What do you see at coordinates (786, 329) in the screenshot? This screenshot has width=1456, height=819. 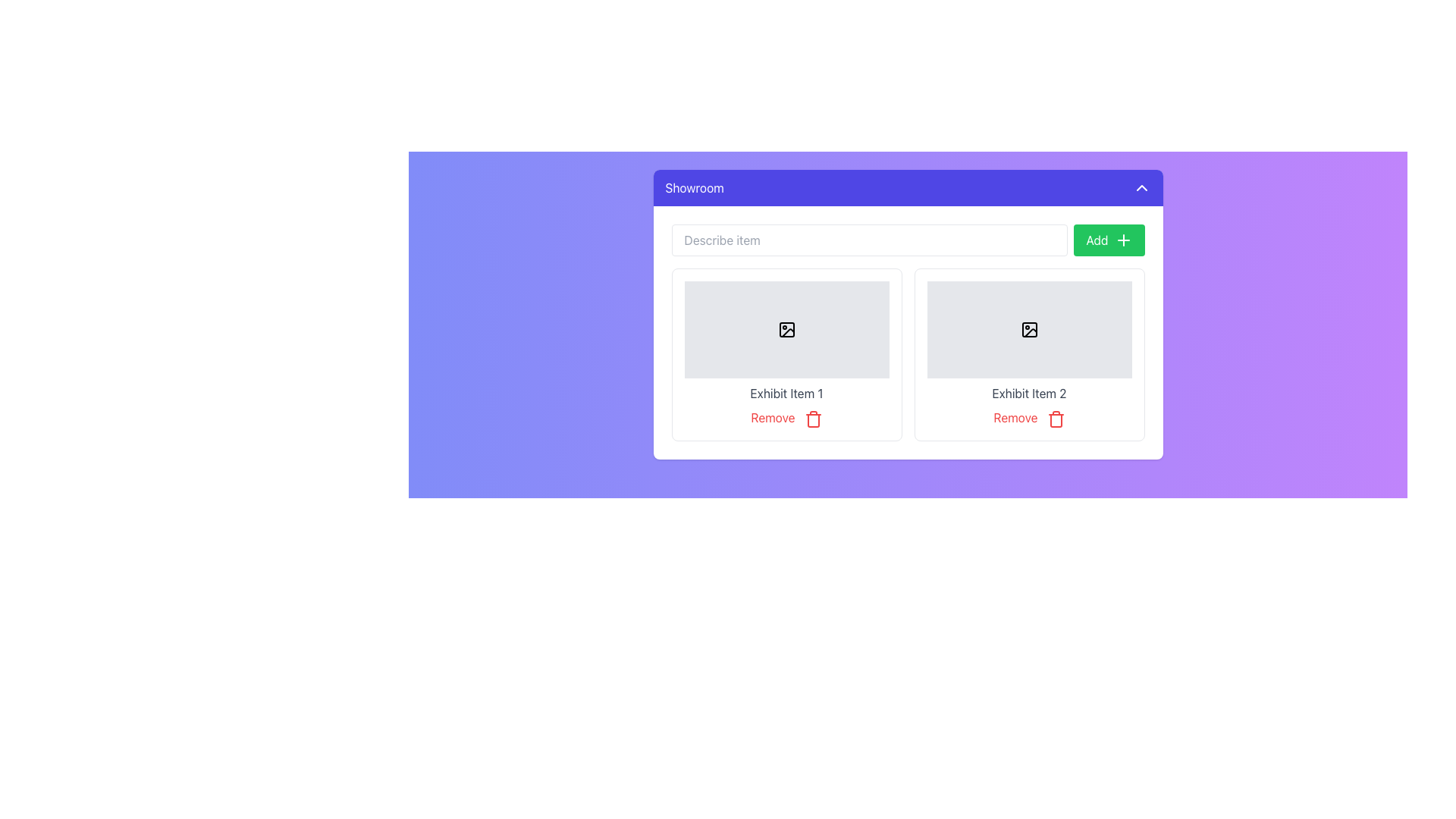 I see `the icon in the top-left corner of the 'Exhibit Item 1' panel under 'Showroom'` at bounding box center [786, 329].